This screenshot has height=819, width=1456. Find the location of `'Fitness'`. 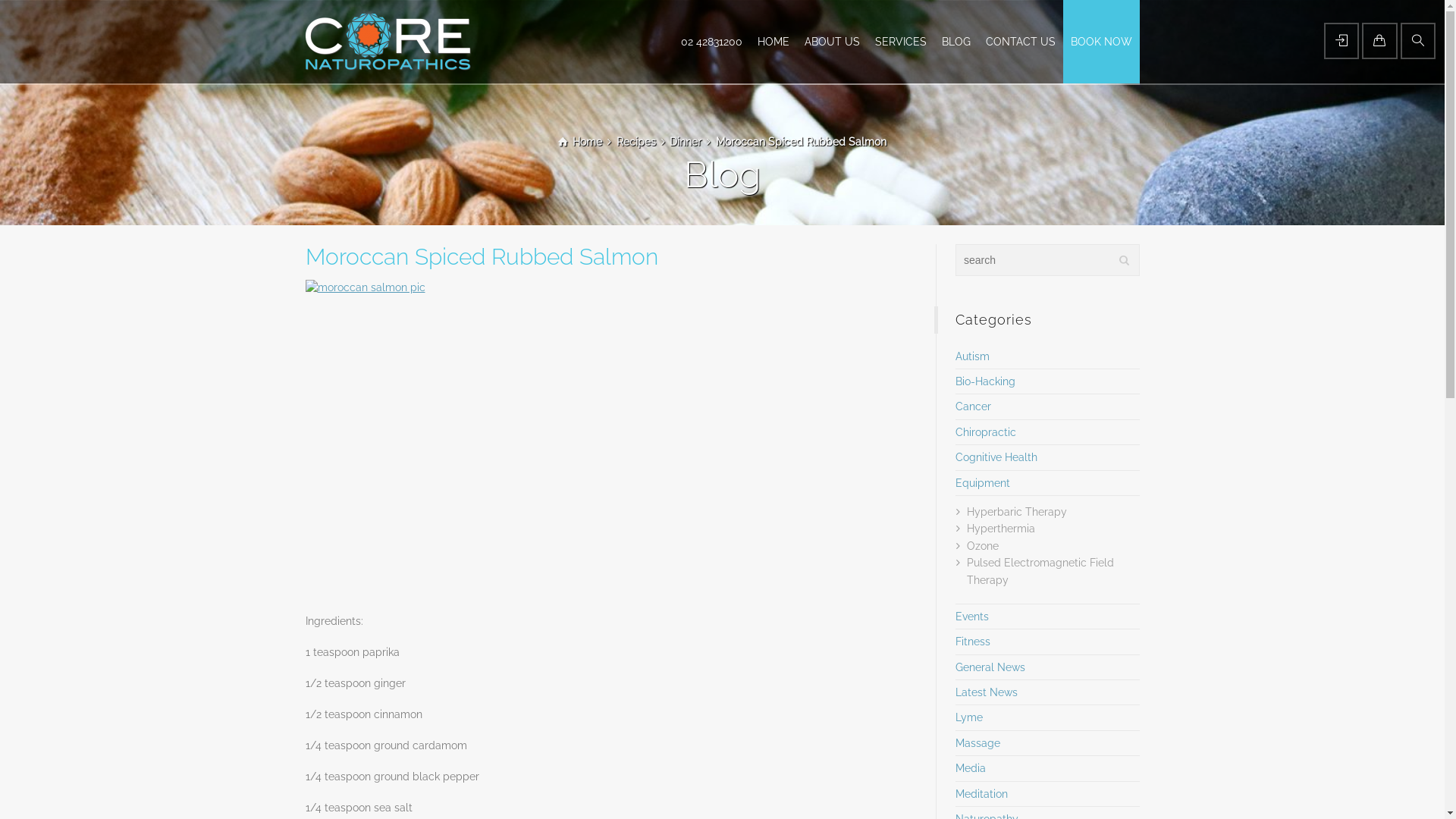

'Fitness' is located at coordinates (972, 641).